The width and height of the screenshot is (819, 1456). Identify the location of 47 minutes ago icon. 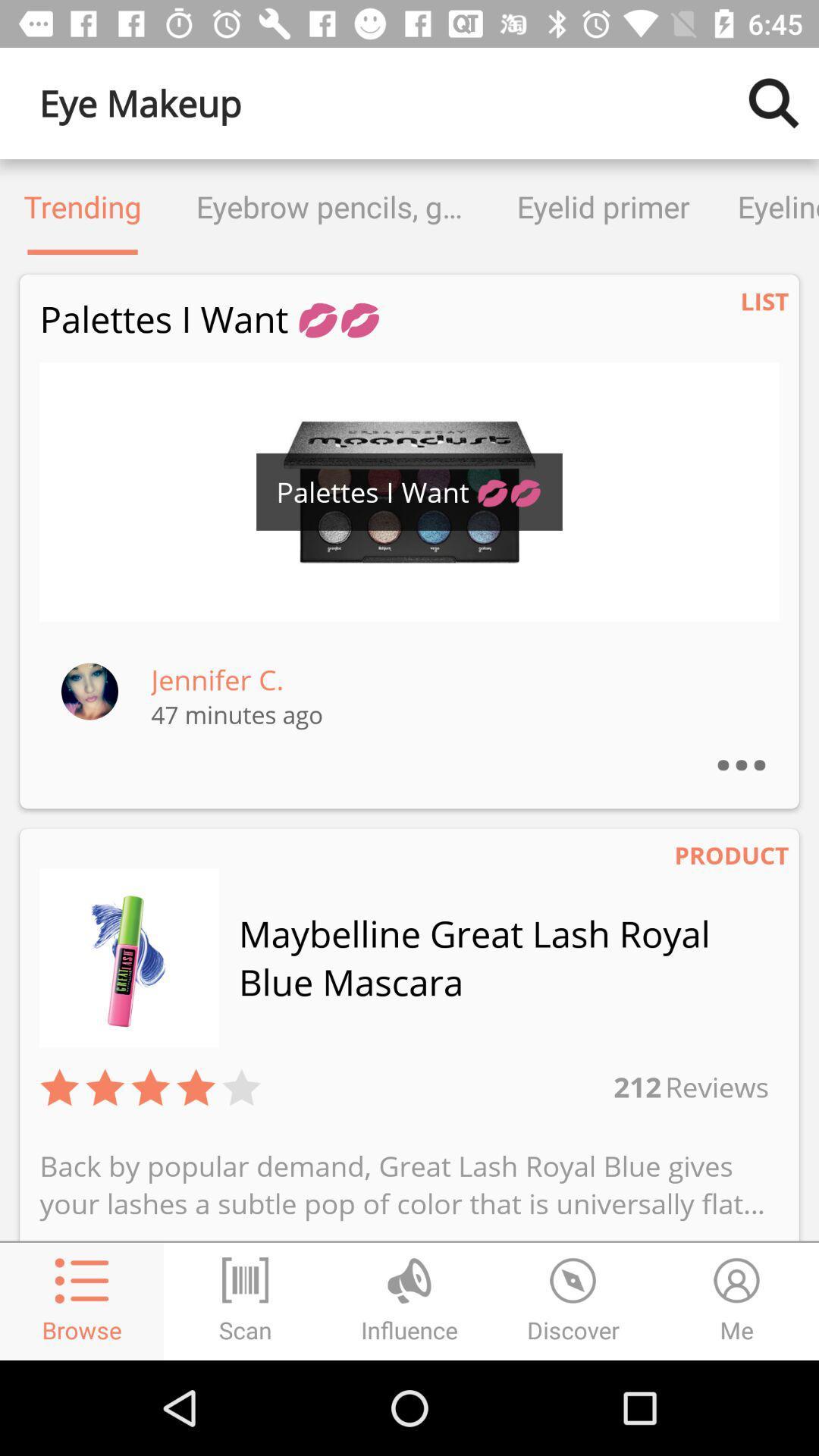
(237, 714).